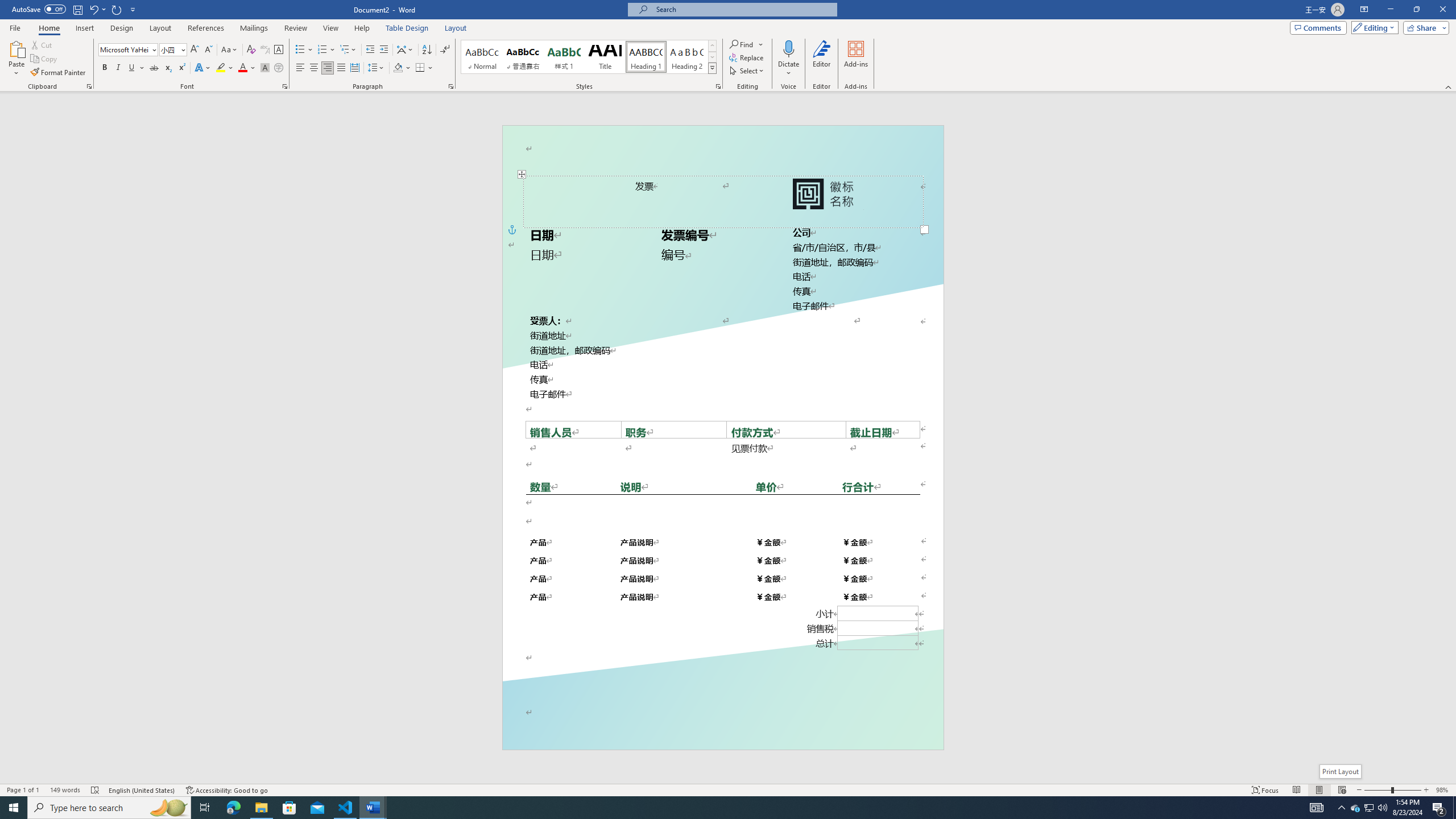 The width and height of the screenshot is (1456, 819). I want to click on 'Table Design', so click(407, 28).